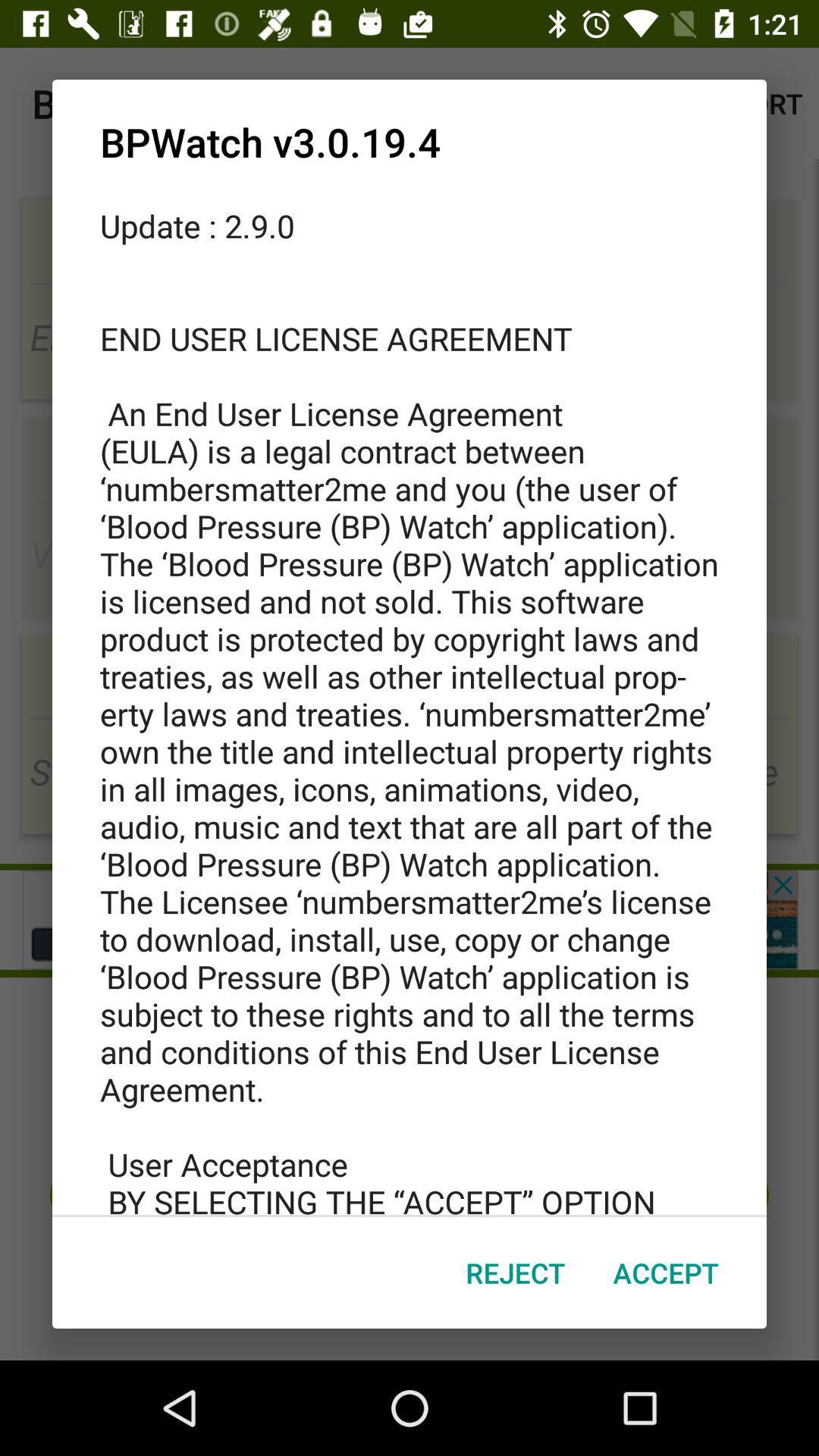  What do you see at coordinates (665, 1272) in the screenshot?
I see `the accept item` at bounding box center [665, 1272].